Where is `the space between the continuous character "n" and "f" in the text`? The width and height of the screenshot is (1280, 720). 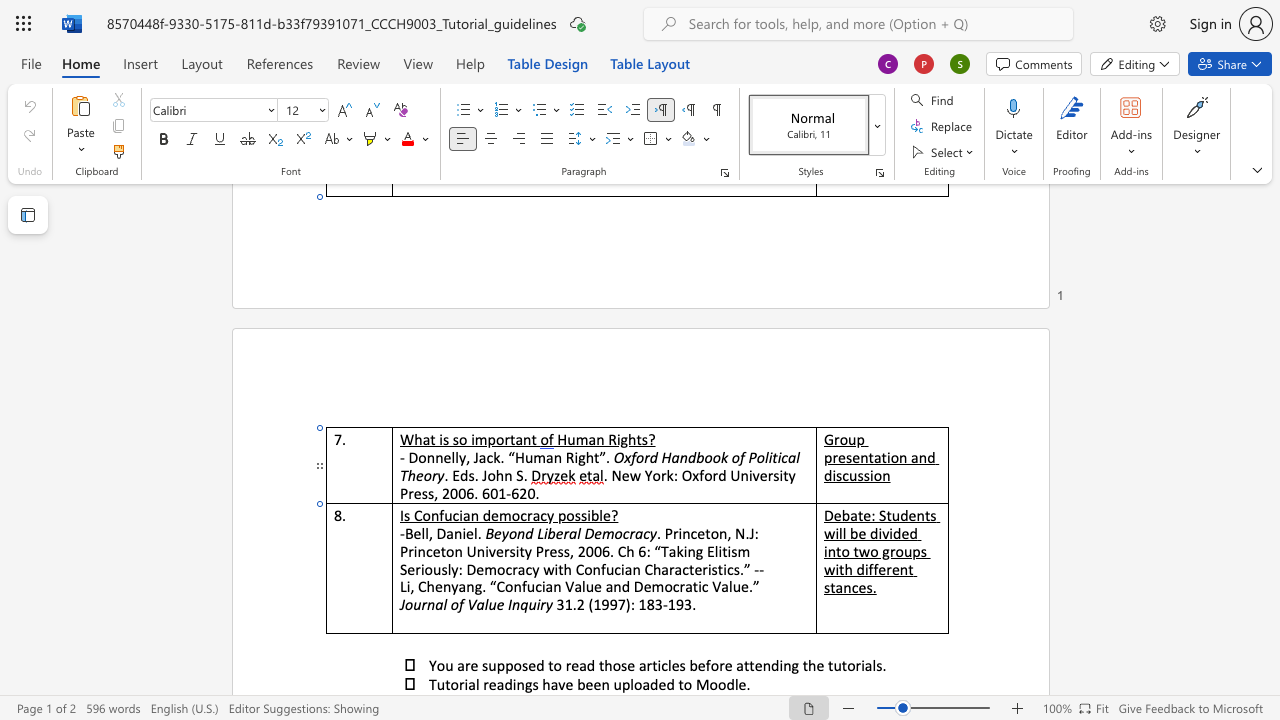 the space between the continuous character "n" and "f" in the text is located at coordinates (437, 514).